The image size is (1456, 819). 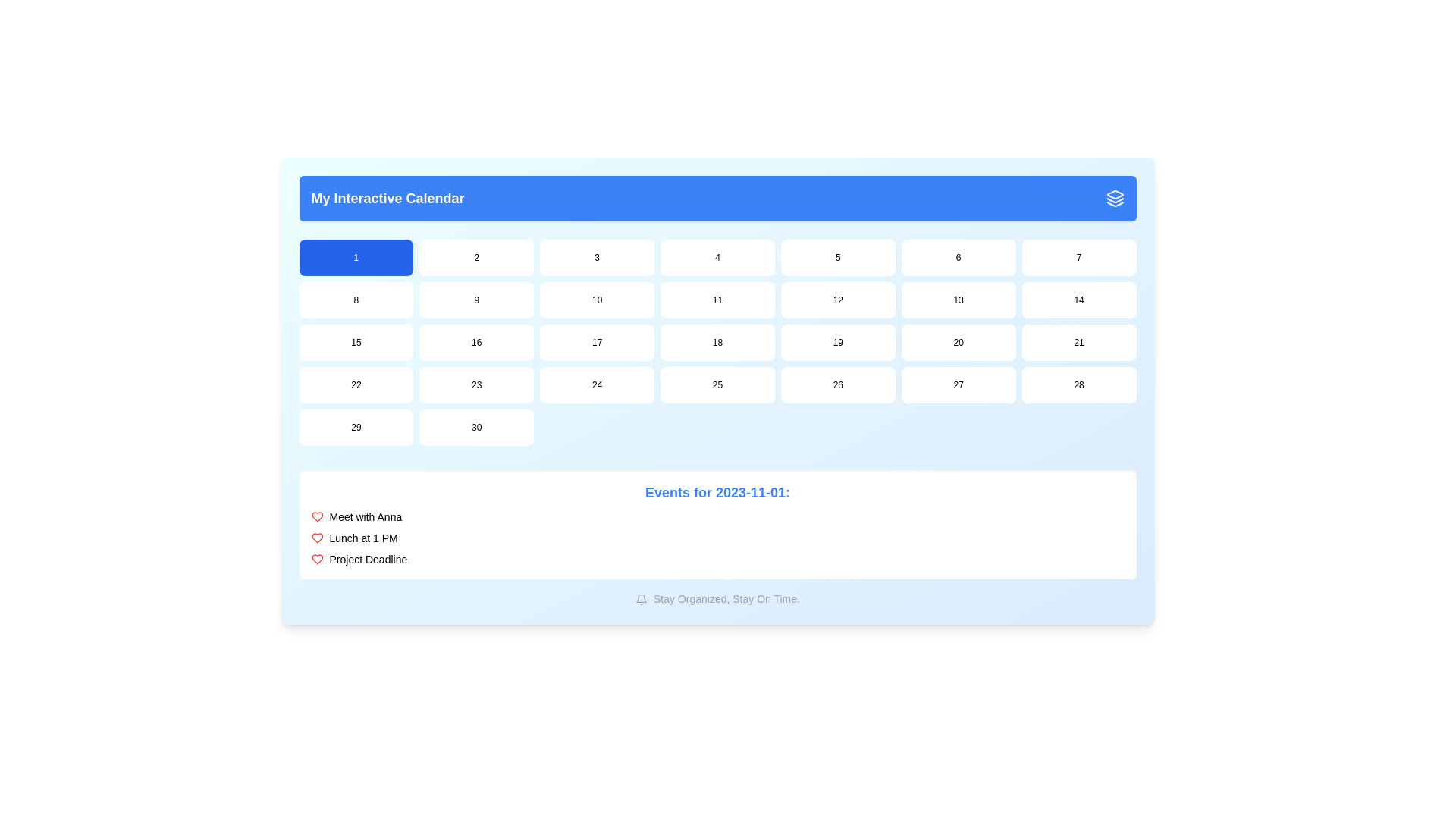 I want to click on the small rectangular button labeled '28' in the fifth row and seventh column of the calendar grid, so click(x=1078, y=384).